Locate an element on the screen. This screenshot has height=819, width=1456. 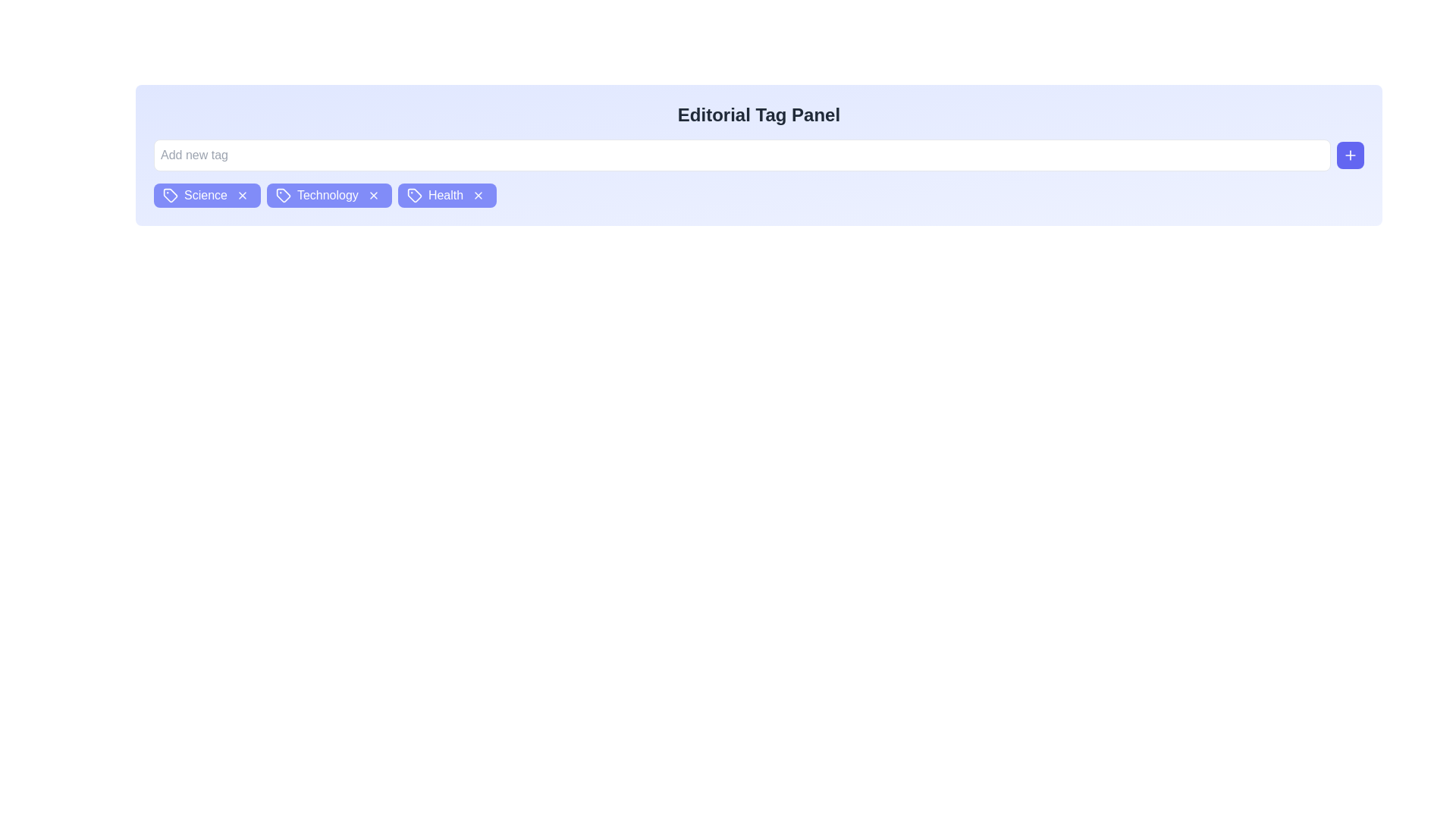
the delete button associated with the 'Health' tag to observe hover effects is located at coordinates (478, 195).